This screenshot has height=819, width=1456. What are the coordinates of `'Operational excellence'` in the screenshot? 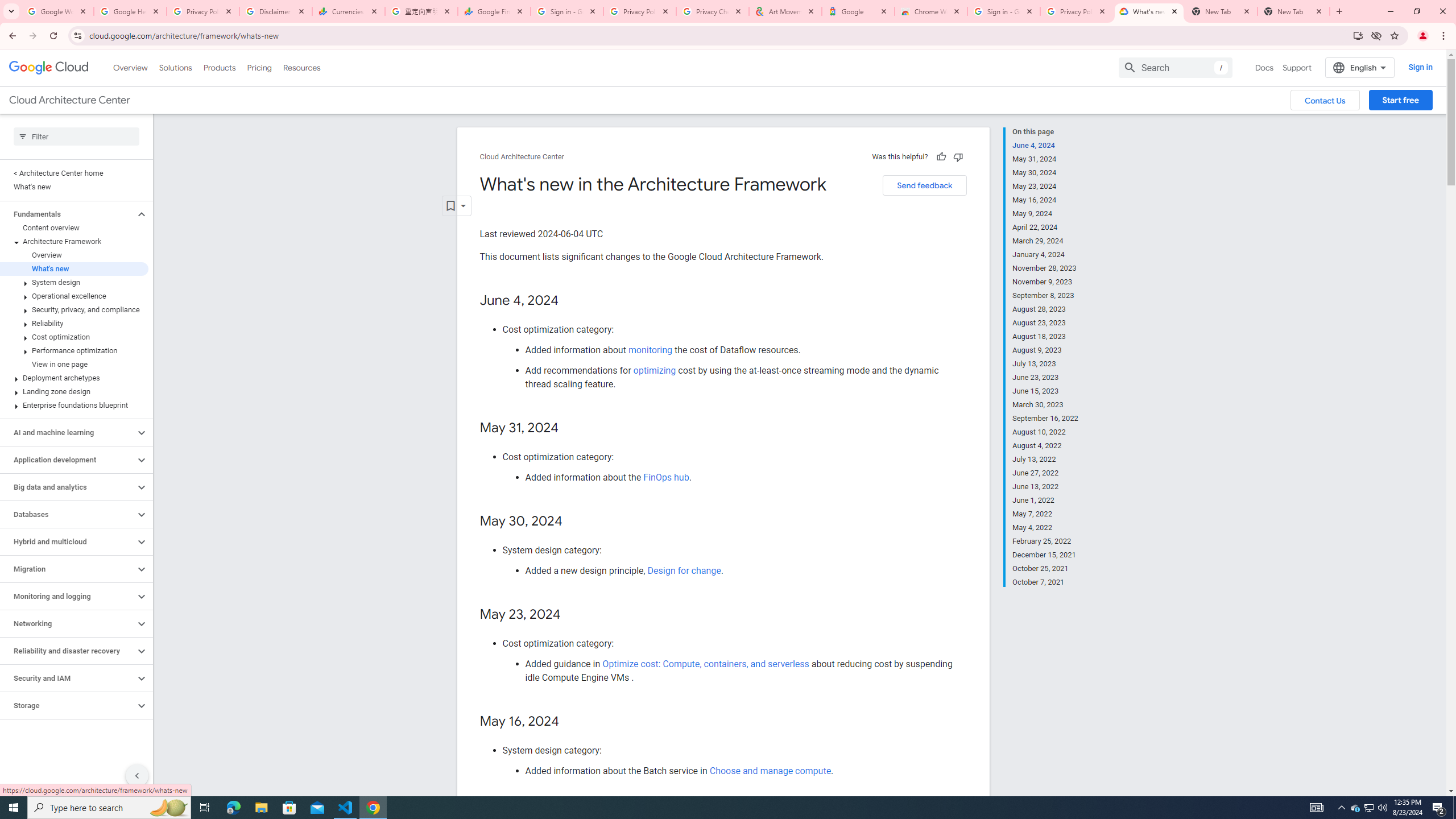 It's located at (74, 296).